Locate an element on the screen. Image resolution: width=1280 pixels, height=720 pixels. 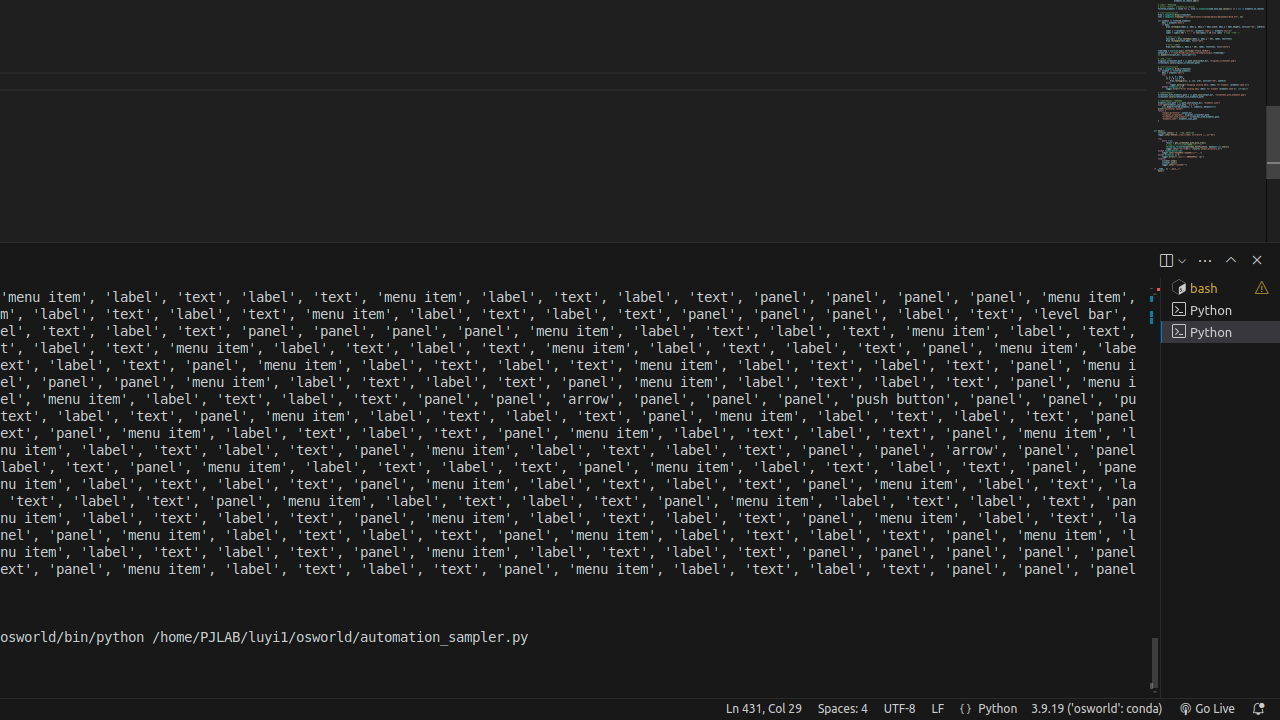
'3.9.19 (' is located at coordinates (1095, 707).